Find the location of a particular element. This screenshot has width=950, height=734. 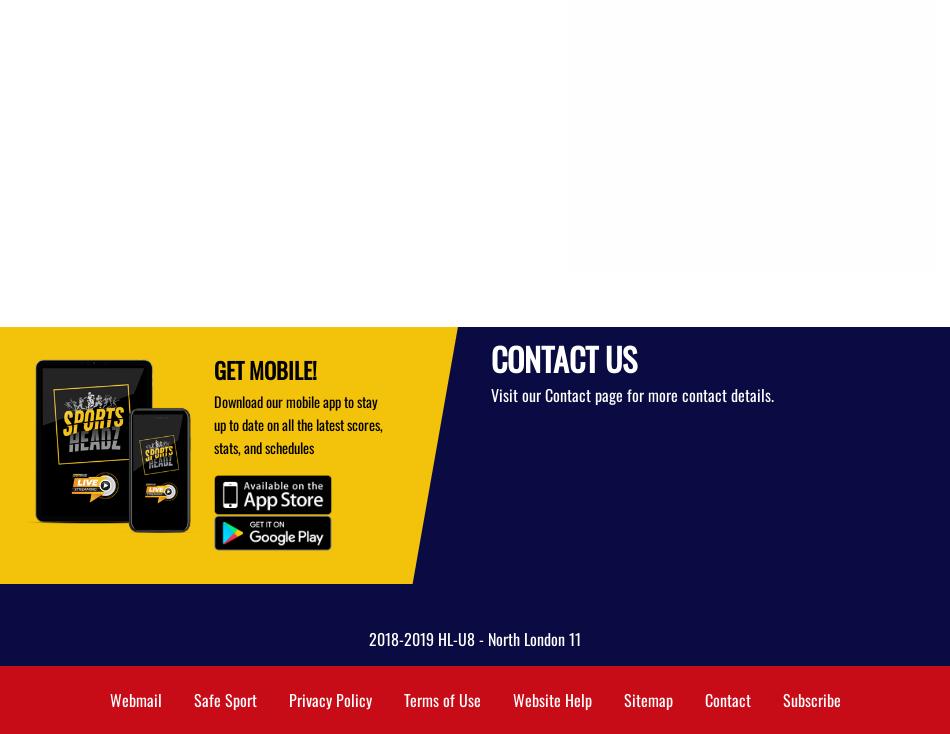

'Sitemap' is located at coordinates (647, 700).